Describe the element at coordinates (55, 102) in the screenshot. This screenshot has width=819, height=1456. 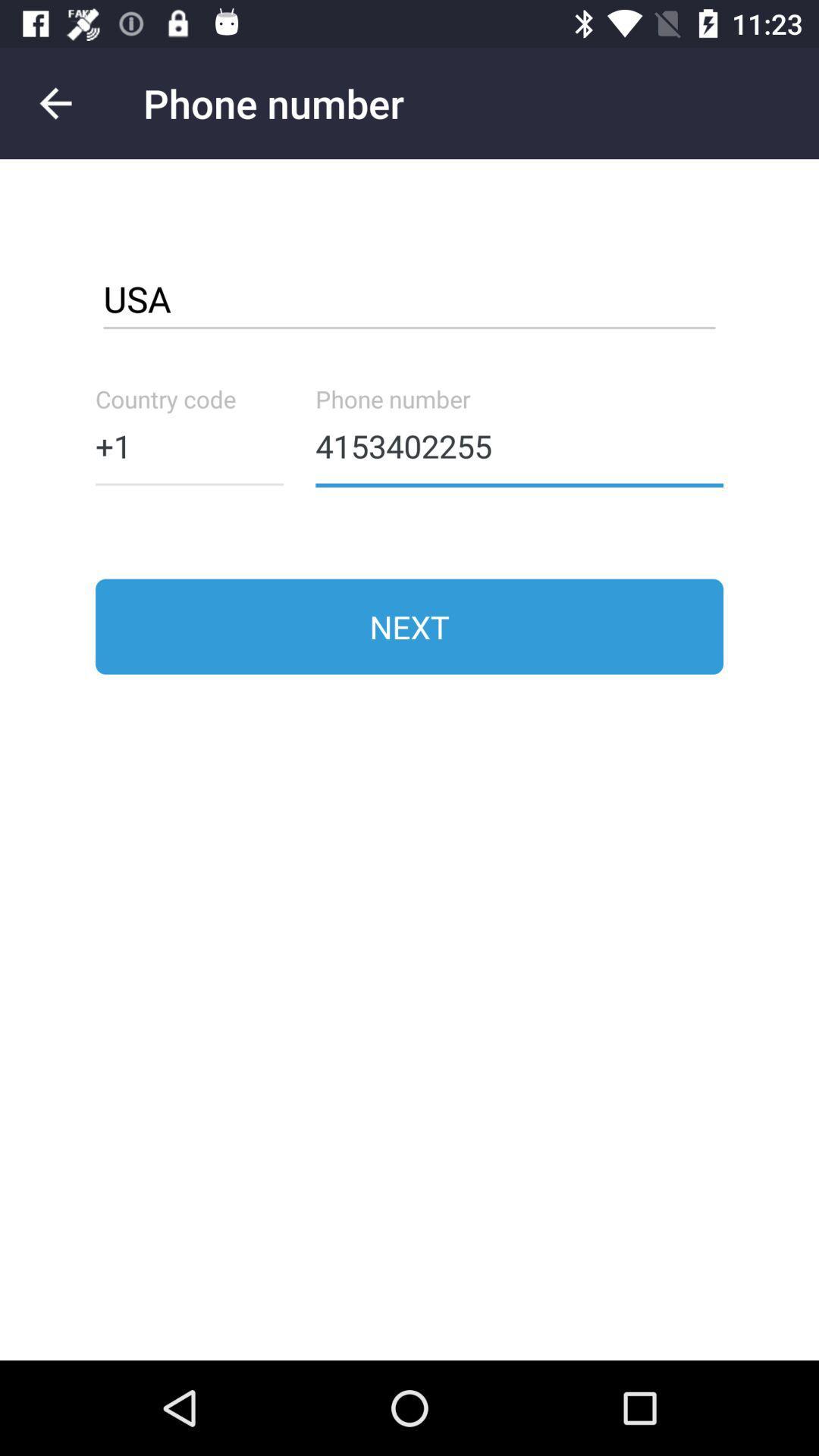
I see `go back` at that location.